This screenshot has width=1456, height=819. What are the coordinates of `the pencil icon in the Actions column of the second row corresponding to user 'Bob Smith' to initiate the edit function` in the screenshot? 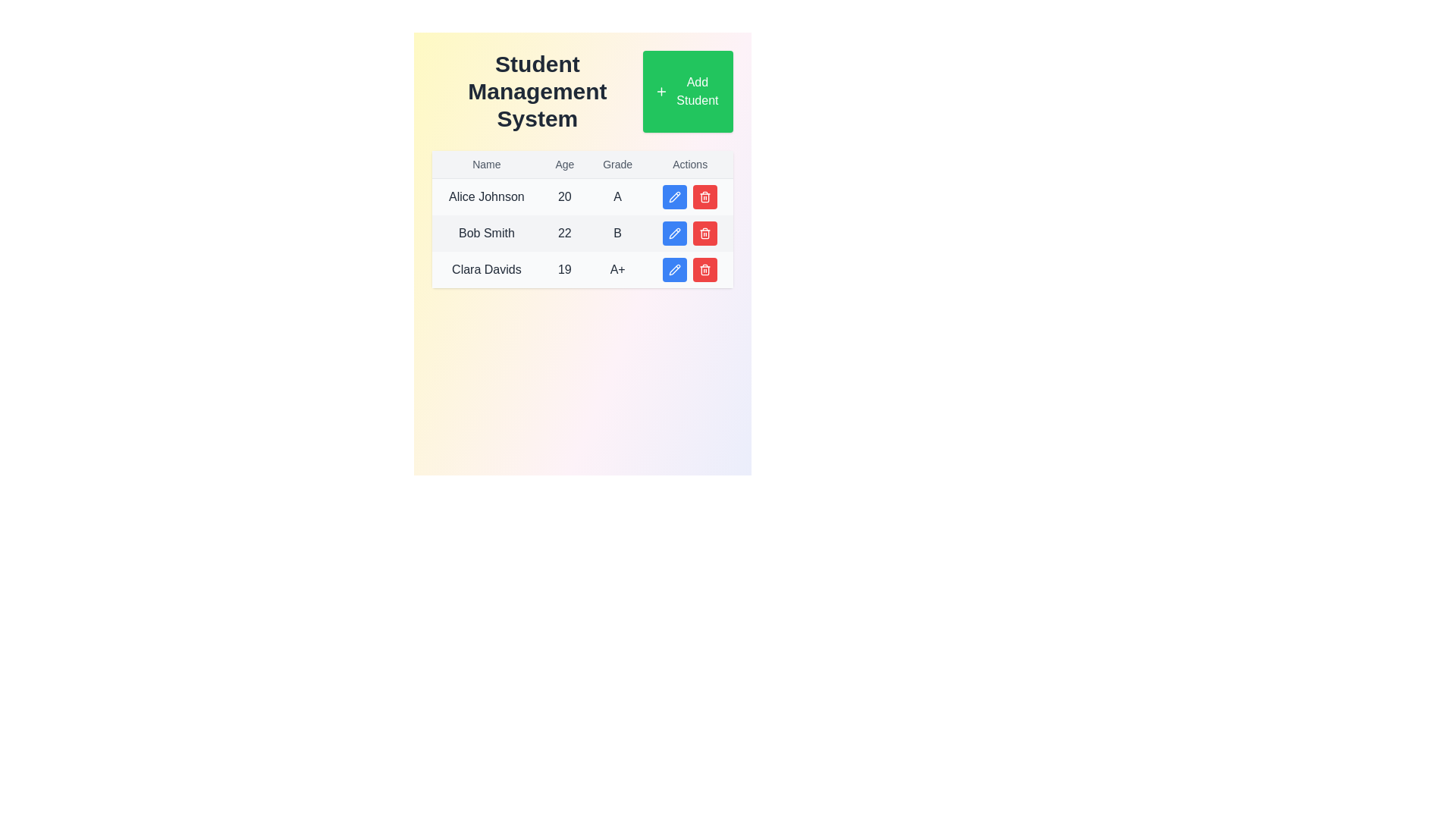 It's located at (673, 268).